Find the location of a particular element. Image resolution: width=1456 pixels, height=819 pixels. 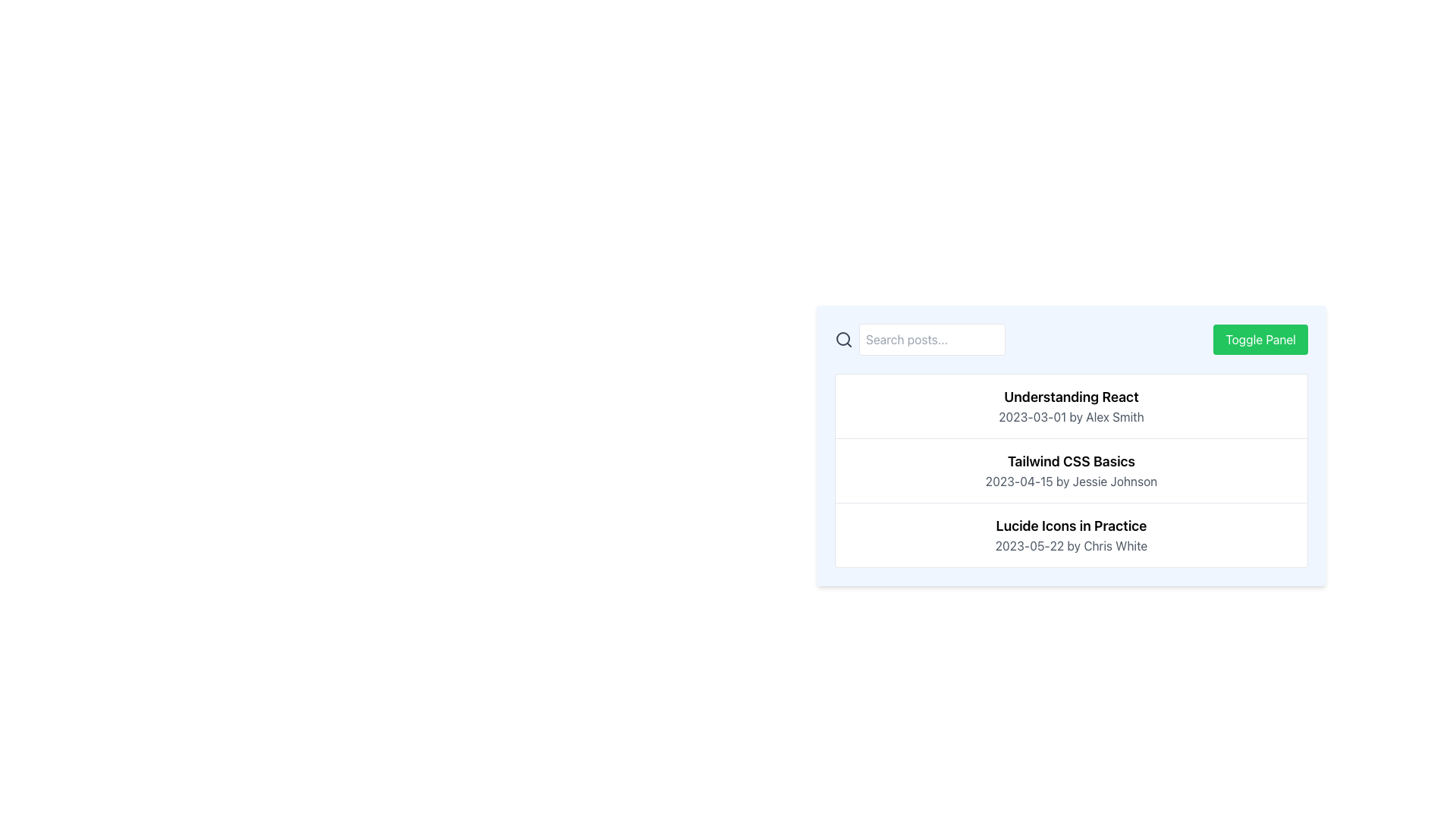

the text input field located in the top section of the interface, beside the magnifying glass icon is located at coordinates (931, 338).